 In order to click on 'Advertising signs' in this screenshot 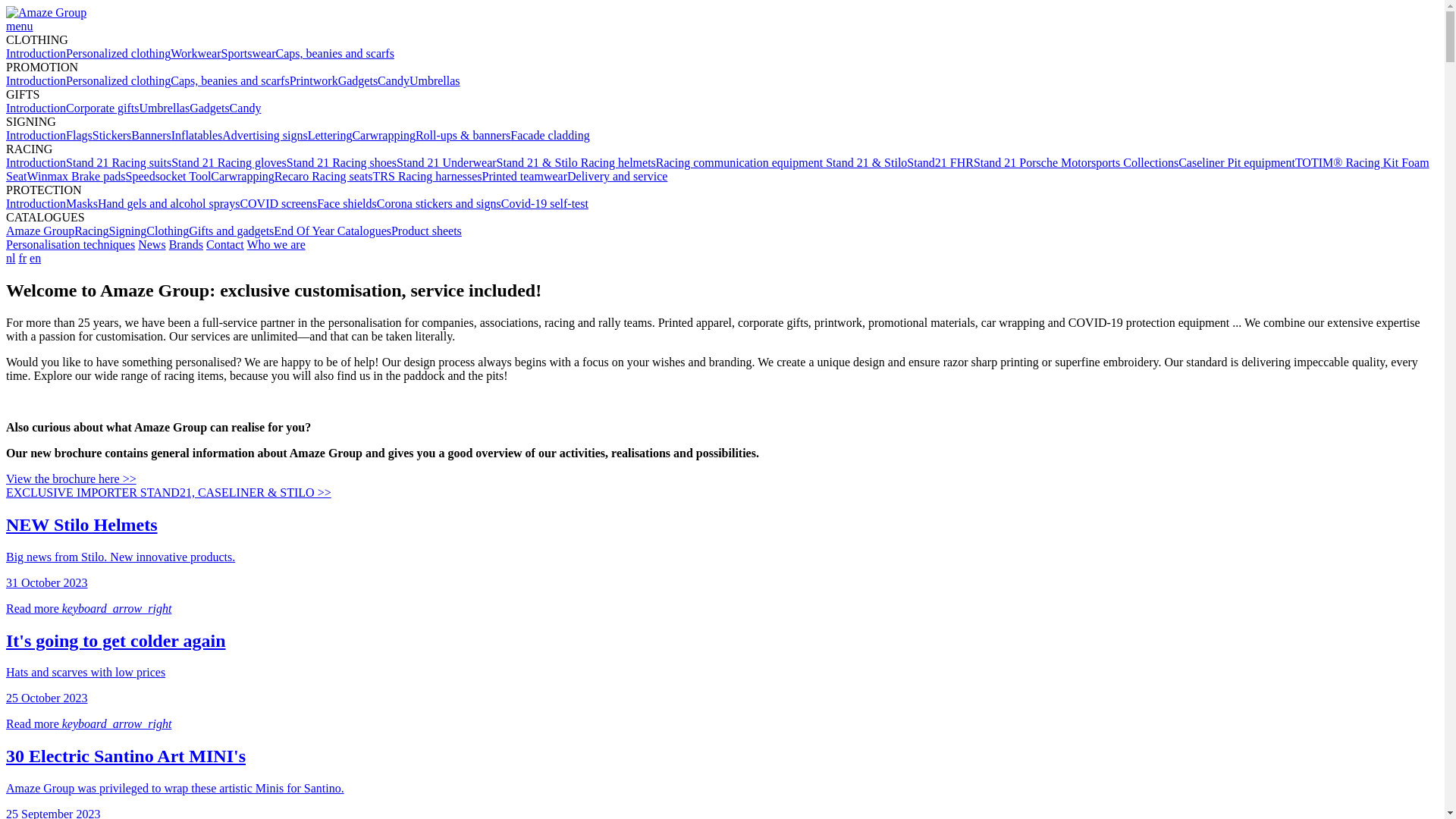, I will do `click(265, 134)`.